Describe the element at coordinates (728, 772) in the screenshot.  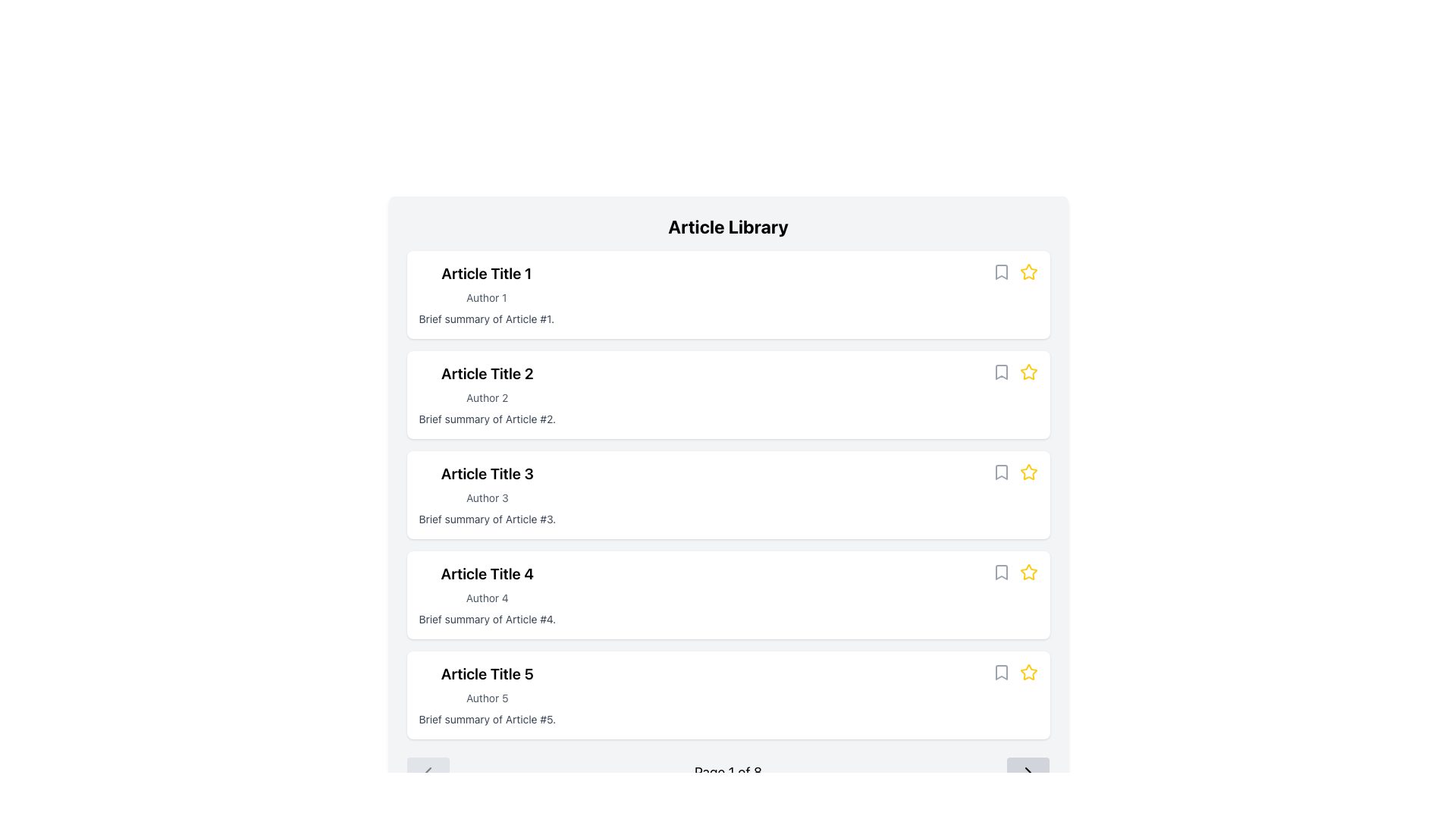
I see `text displayed in the Text Label that shows 'Page 1 of 8', located at the bottom of the 'Article Library' component` at that location.